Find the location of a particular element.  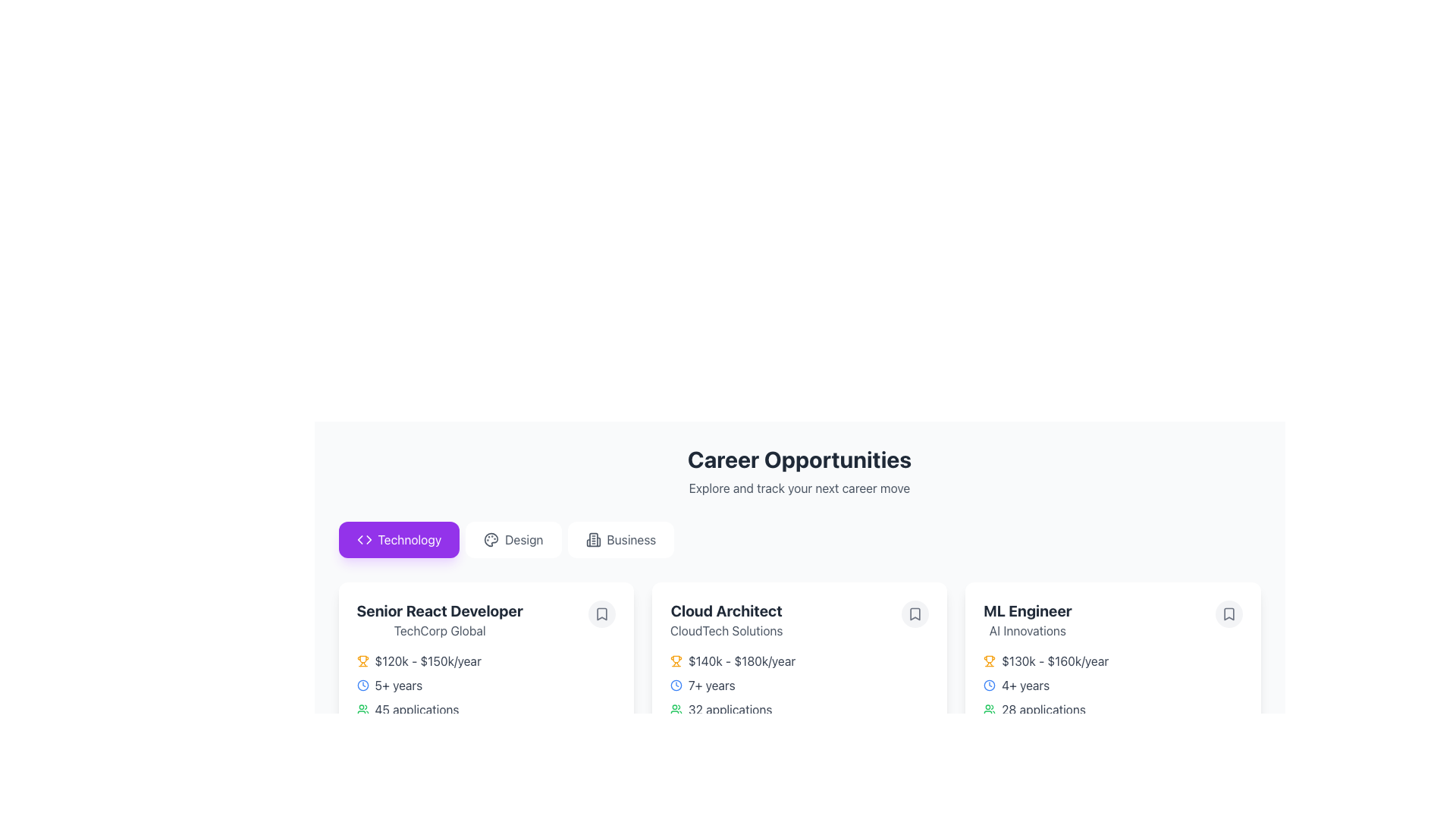

the progress bar located at the bottom of the 'Cloud Architect' job listing card, which visually conveys progress or completion percentage related to the job search process is located at coordinates (780, 795).